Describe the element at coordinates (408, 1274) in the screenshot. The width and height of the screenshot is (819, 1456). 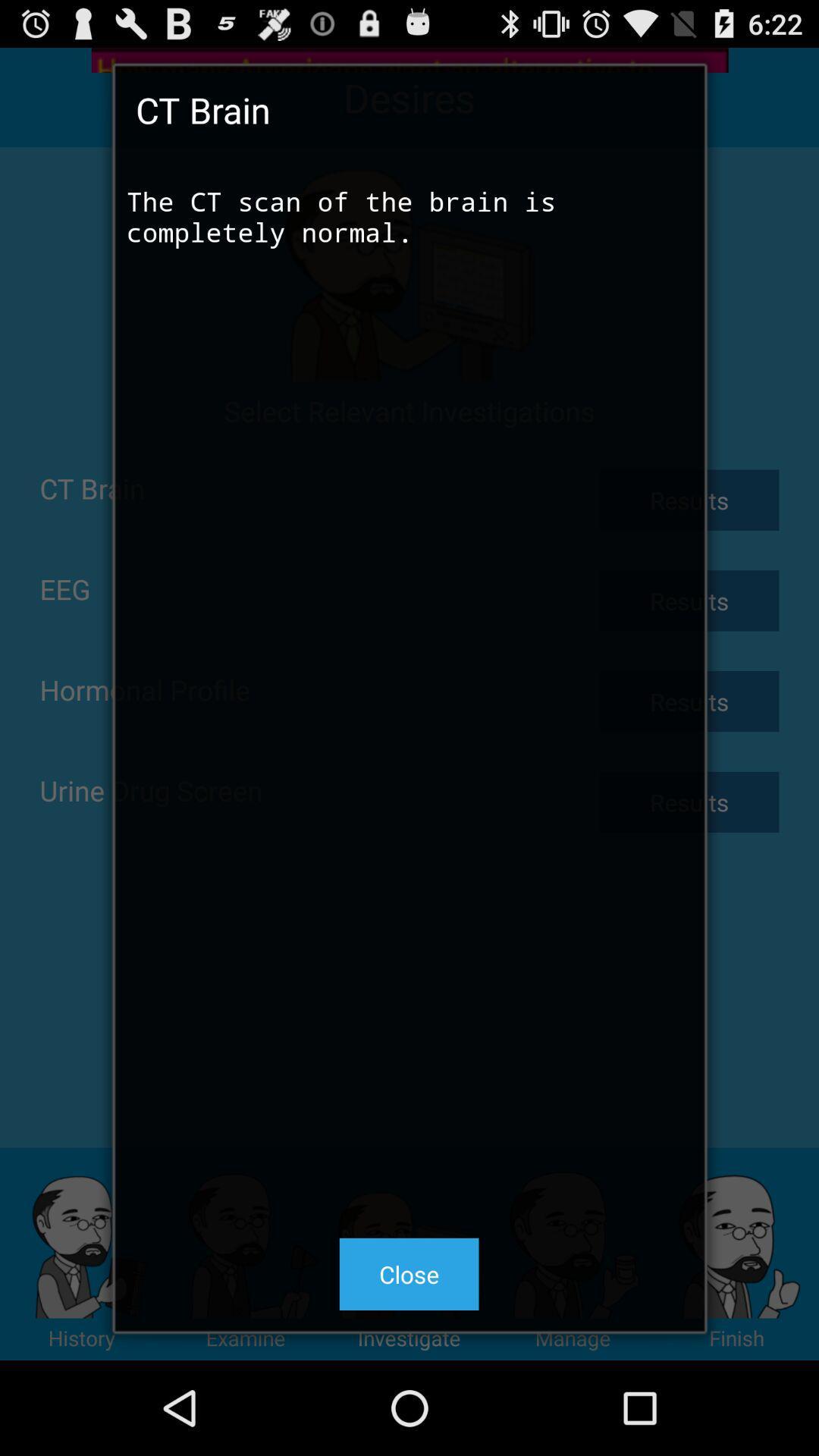
I see `the close item` at that location.